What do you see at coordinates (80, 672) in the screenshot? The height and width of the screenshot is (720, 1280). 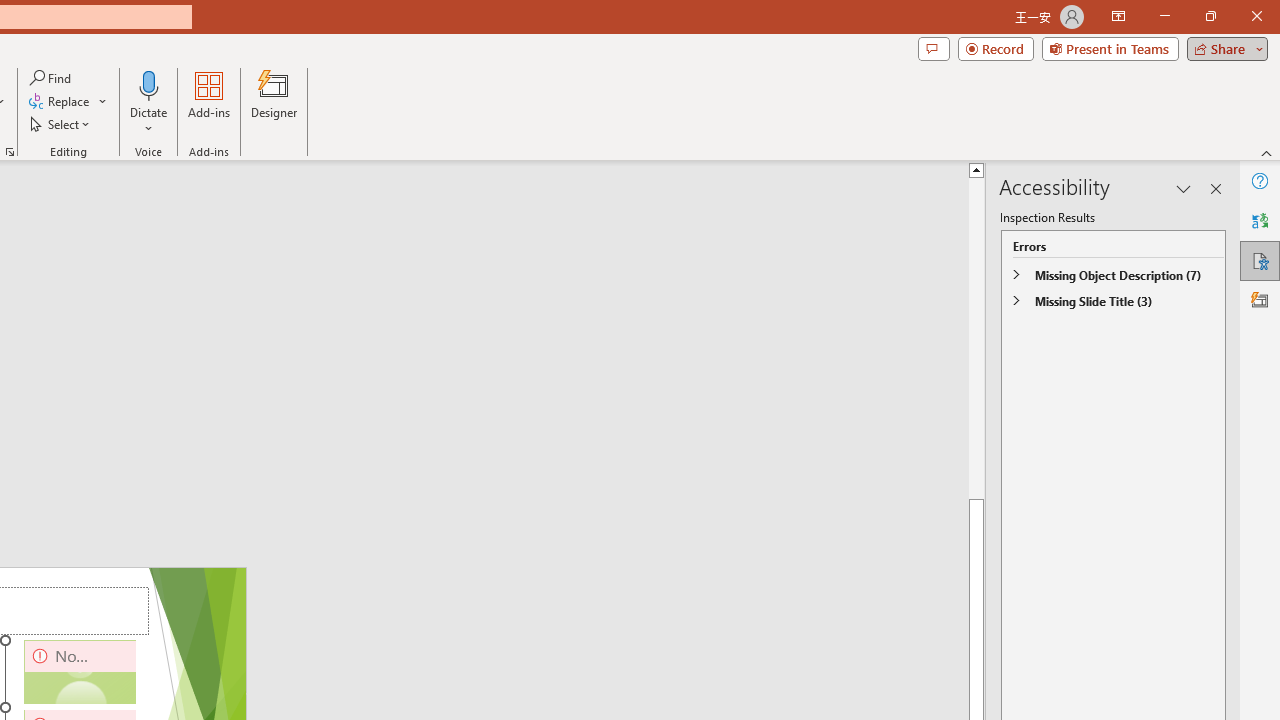 I see `'Camera 5, No camera detected.'` at bounding box center [80, 672].